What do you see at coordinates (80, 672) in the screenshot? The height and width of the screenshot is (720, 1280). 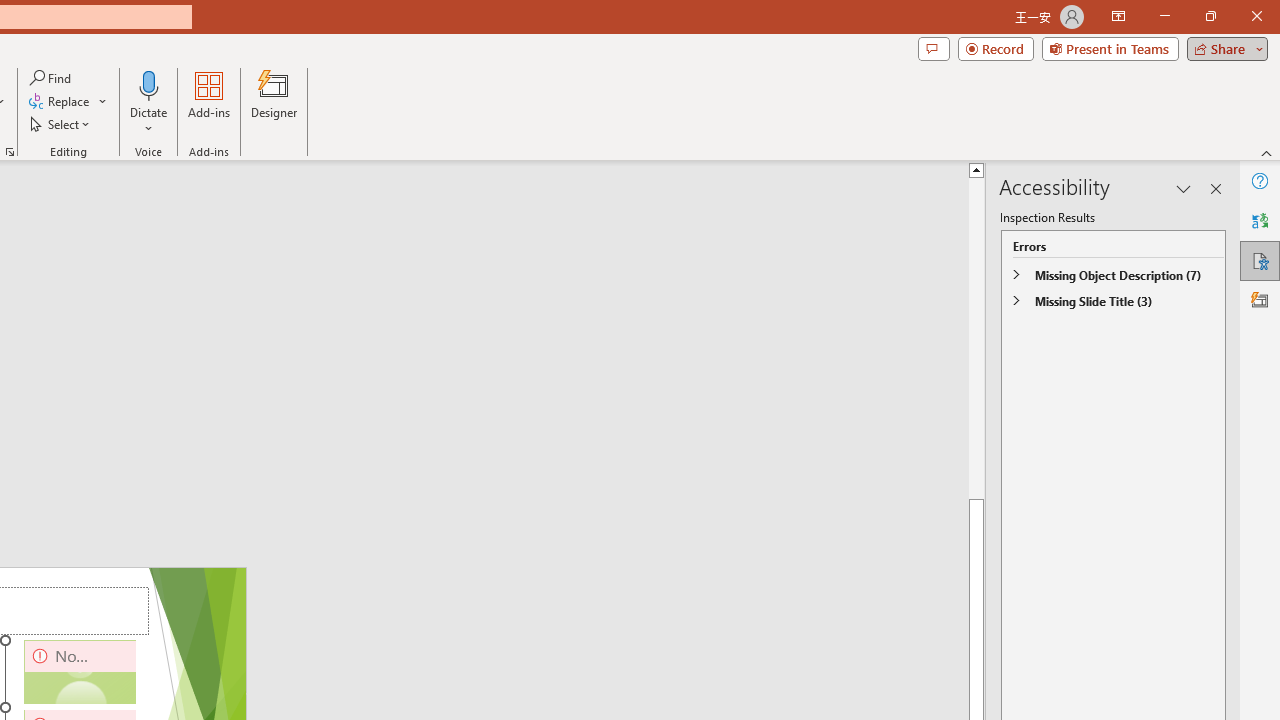 I see `'Camera 5, No camera detected.'` at bounding box center [80, 672].